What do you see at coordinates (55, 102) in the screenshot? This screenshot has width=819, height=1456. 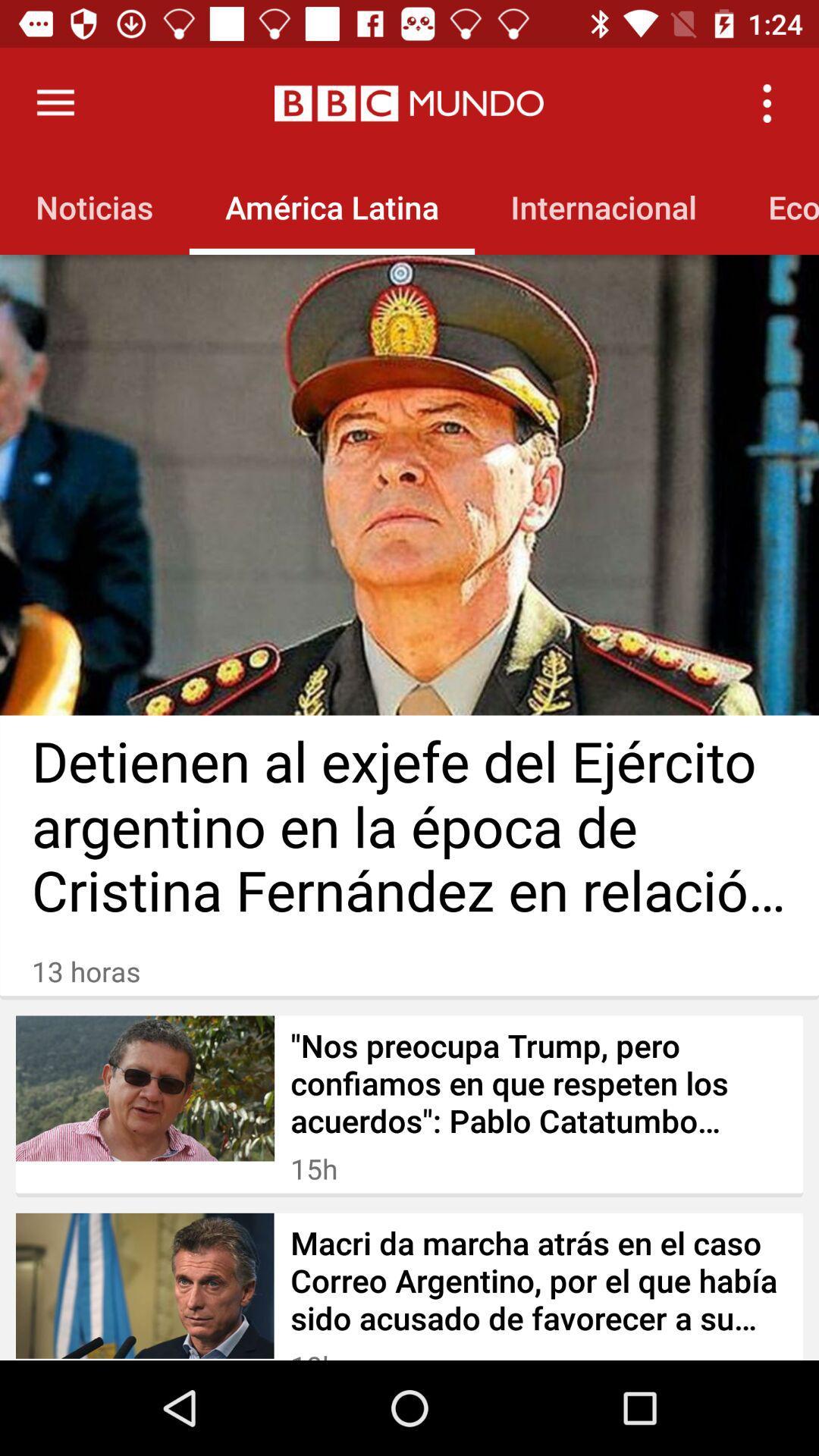 I see `the item above noticias item` at bounding box center [55, 102].